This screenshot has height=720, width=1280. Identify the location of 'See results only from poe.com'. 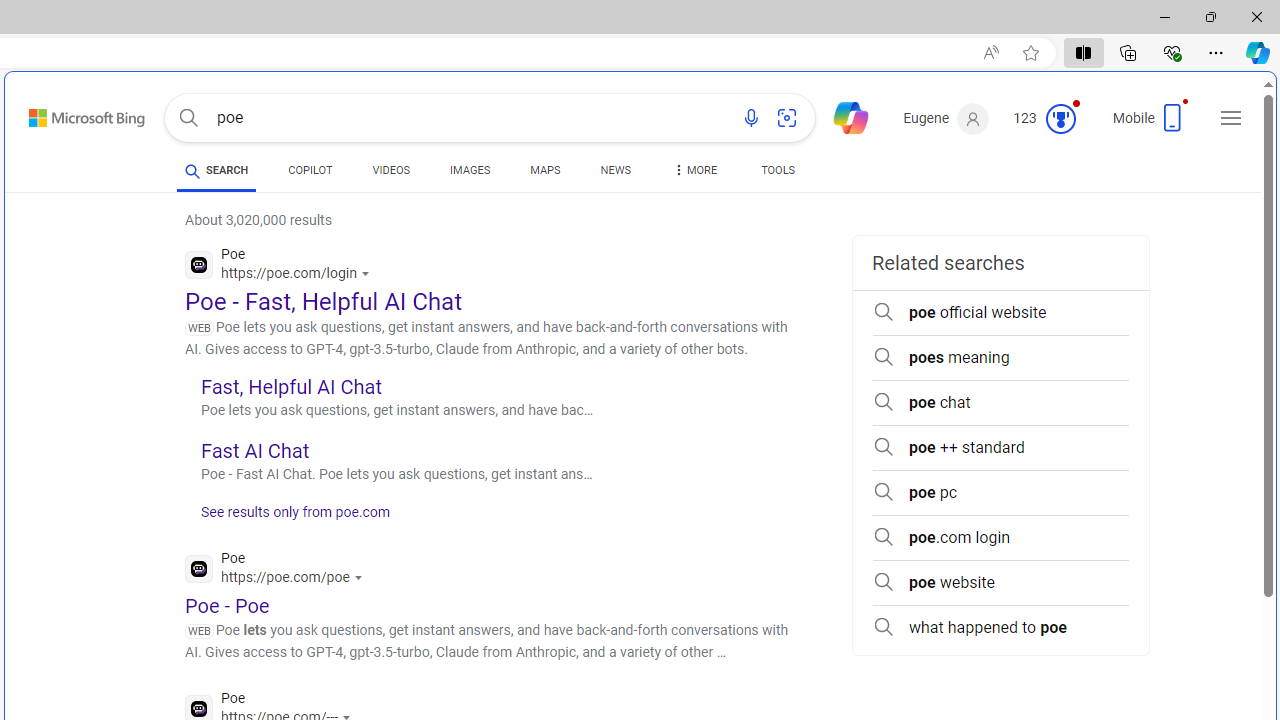
(287, 516).